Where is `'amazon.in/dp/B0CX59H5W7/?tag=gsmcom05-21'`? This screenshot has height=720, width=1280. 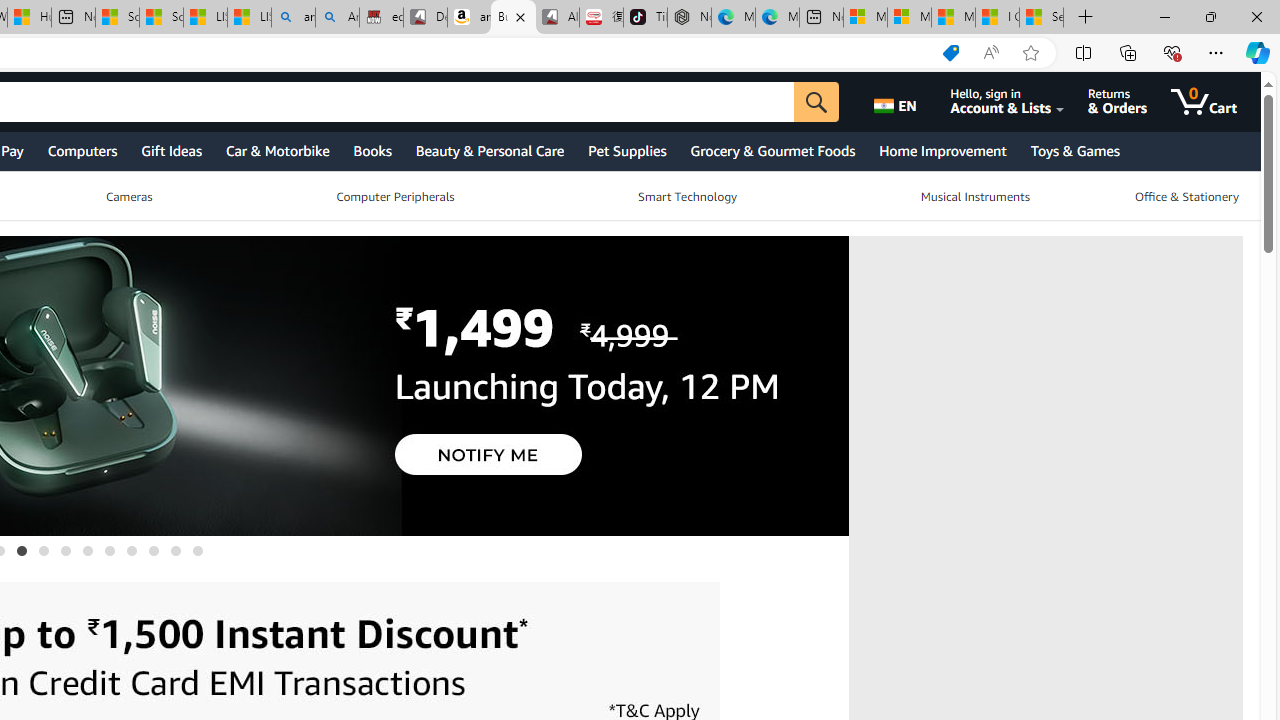 'amazon.in/dp/B0CX59H5W7/?tag=gsmcom05-21' is located at coordinates (468, 17).